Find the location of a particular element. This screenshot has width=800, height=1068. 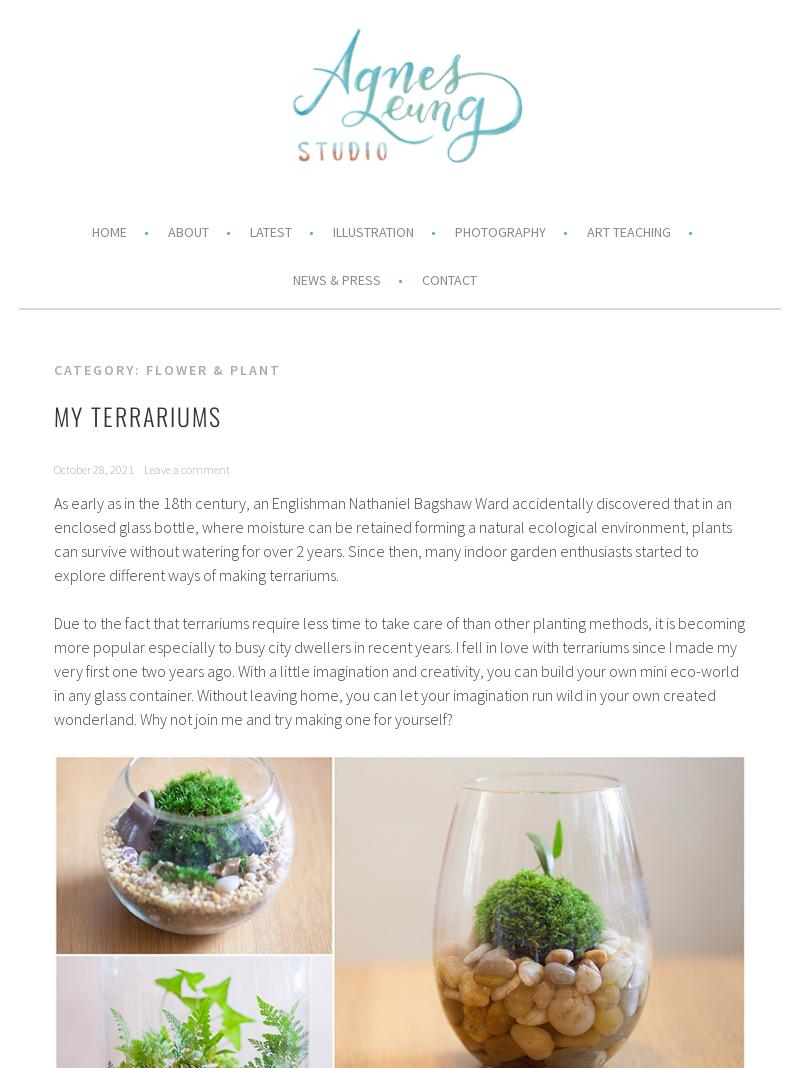

'Home' is located at coordinates (107, 231).